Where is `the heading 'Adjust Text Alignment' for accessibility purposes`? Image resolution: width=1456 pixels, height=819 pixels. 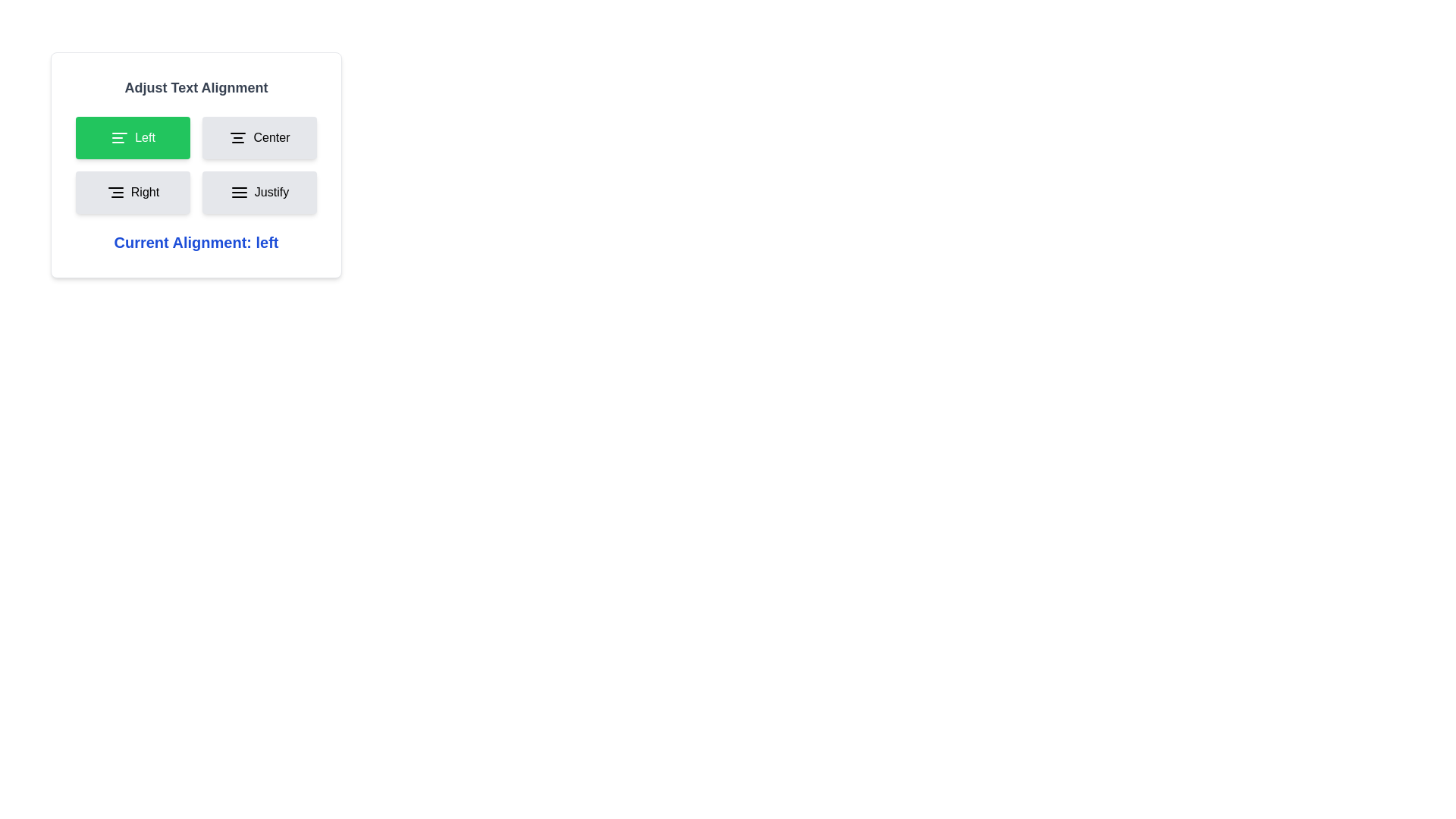 the heading 'Adjust Text Alignment' for accessibility purposes is located at coordinates (196, 87).